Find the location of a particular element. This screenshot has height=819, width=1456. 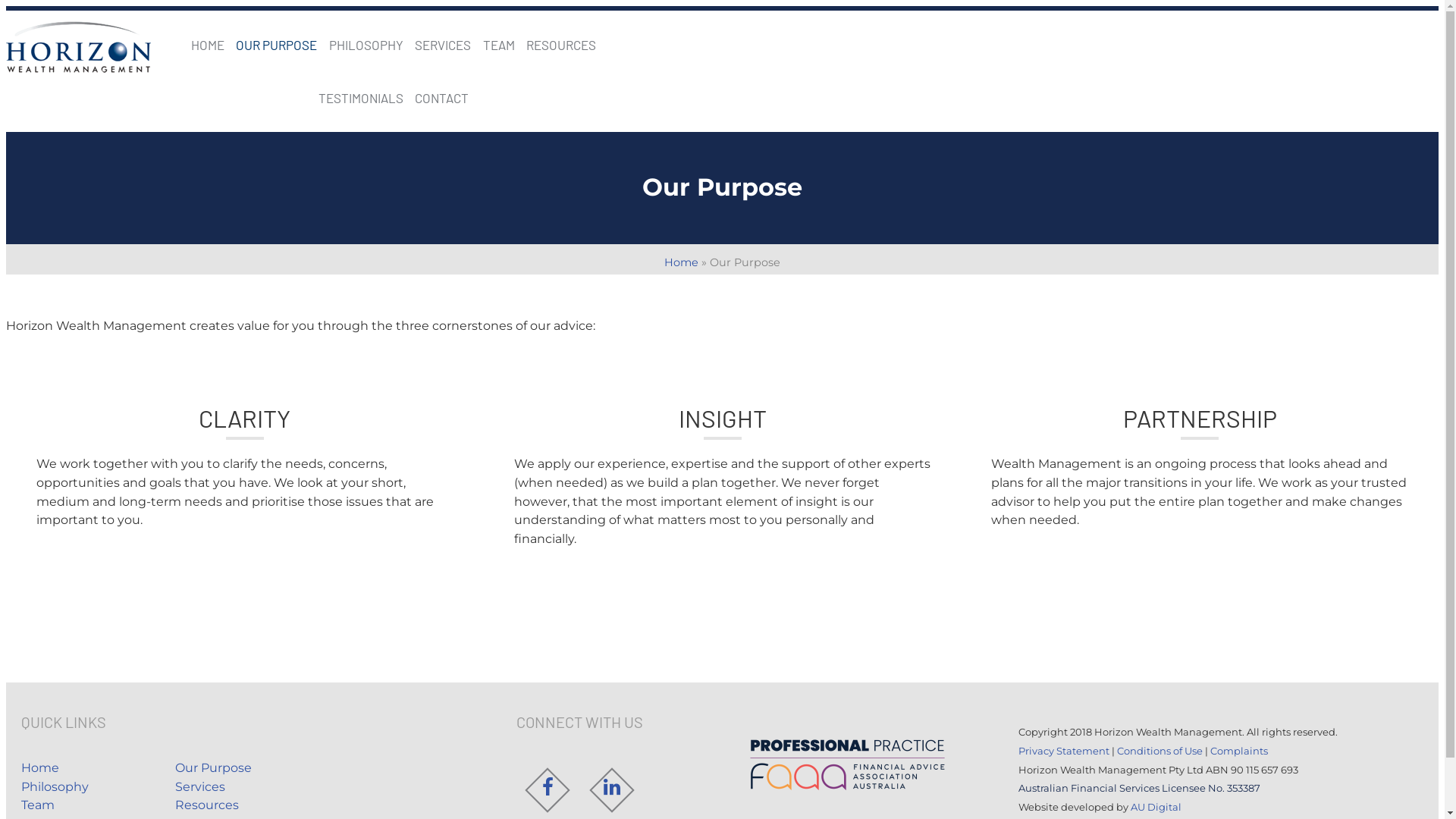

'CONTACT' is located at coordinates (441, 97).